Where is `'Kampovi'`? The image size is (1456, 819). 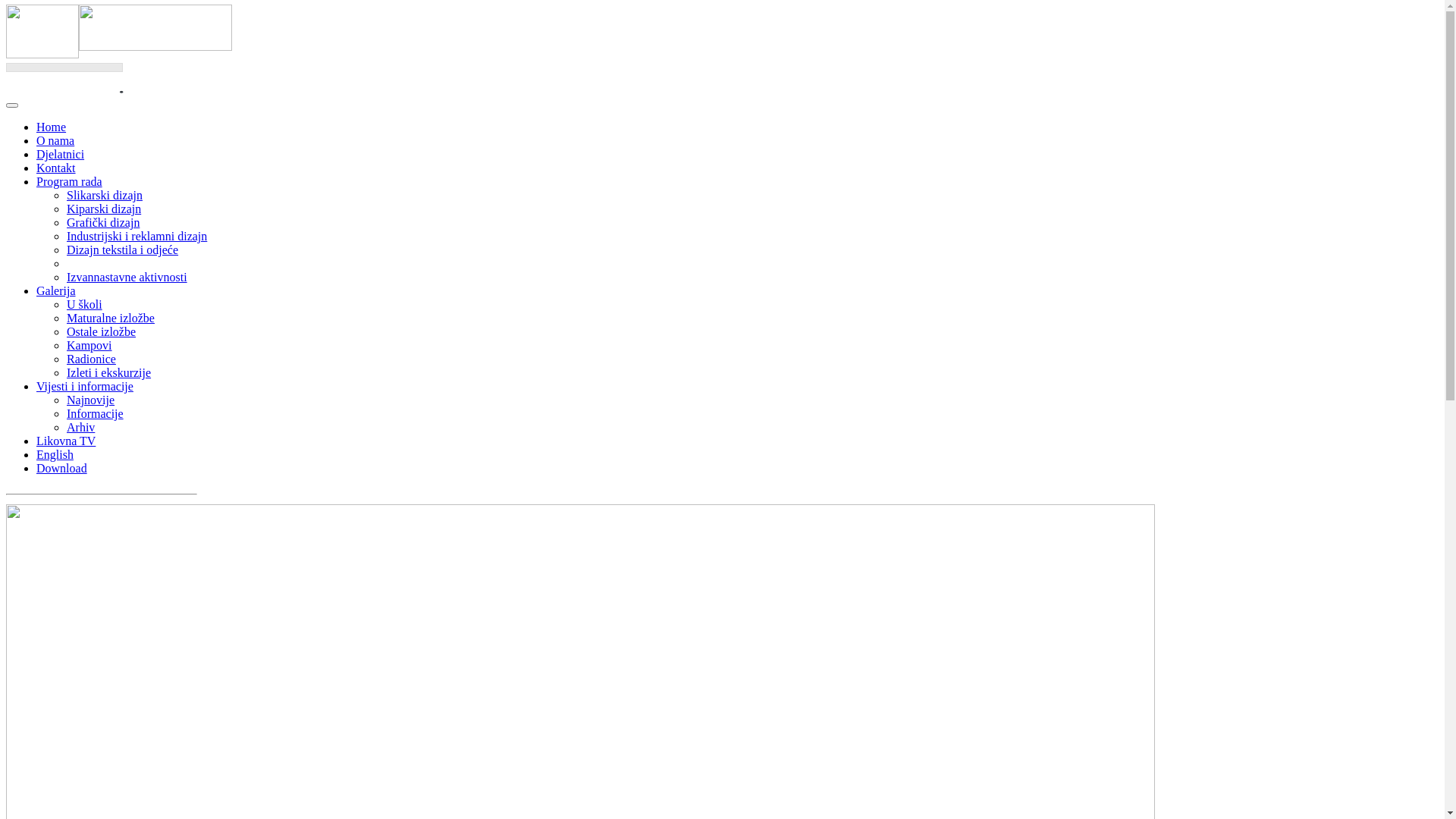
'Kampovi' is located at coordinates (89, 345).